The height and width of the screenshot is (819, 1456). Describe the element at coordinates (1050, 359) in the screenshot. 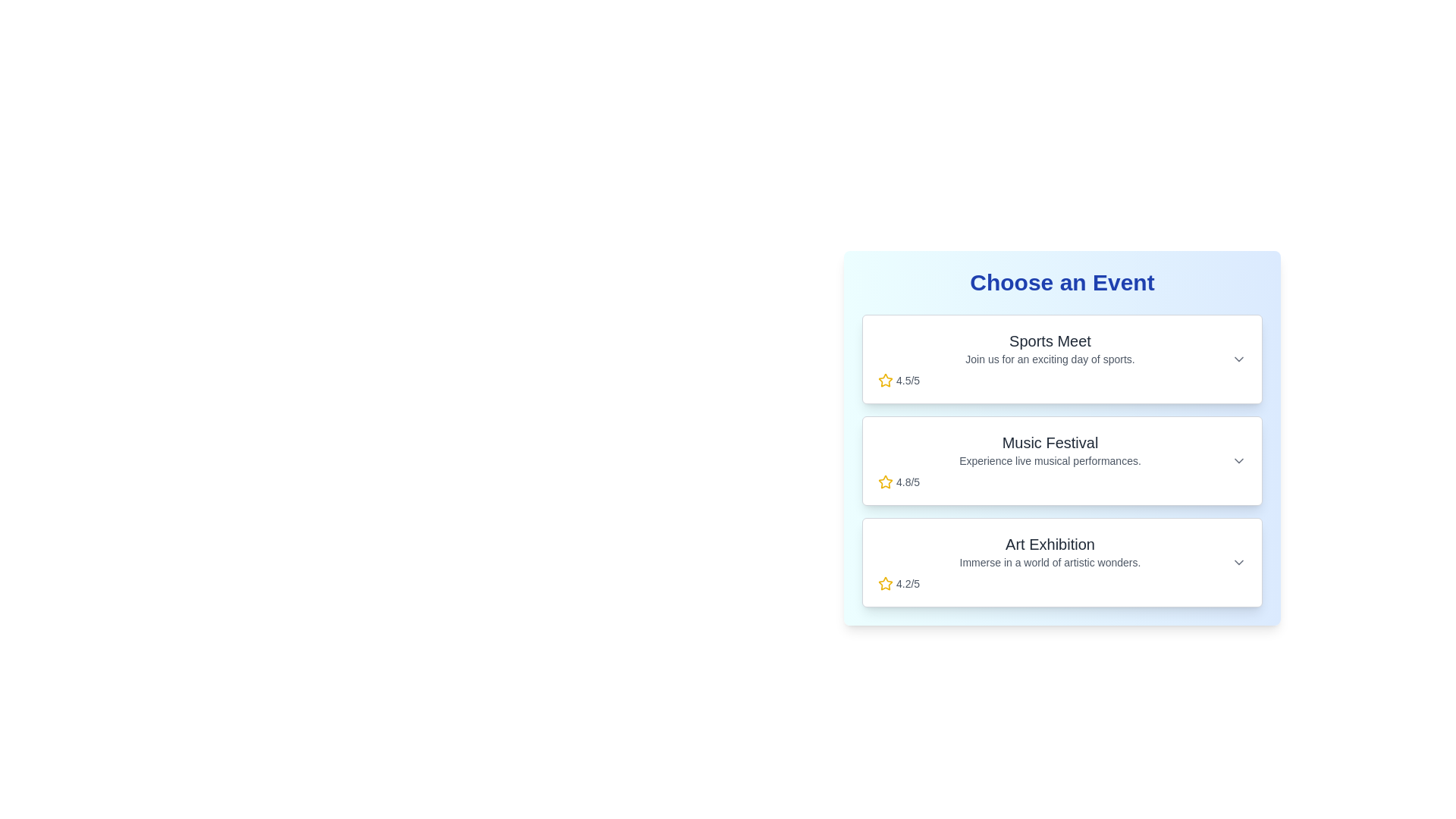

I see `the descriptive text element reading 'Join us for an exciting day of sports.' which is located below the heading 'Sports Meet'` at that location.